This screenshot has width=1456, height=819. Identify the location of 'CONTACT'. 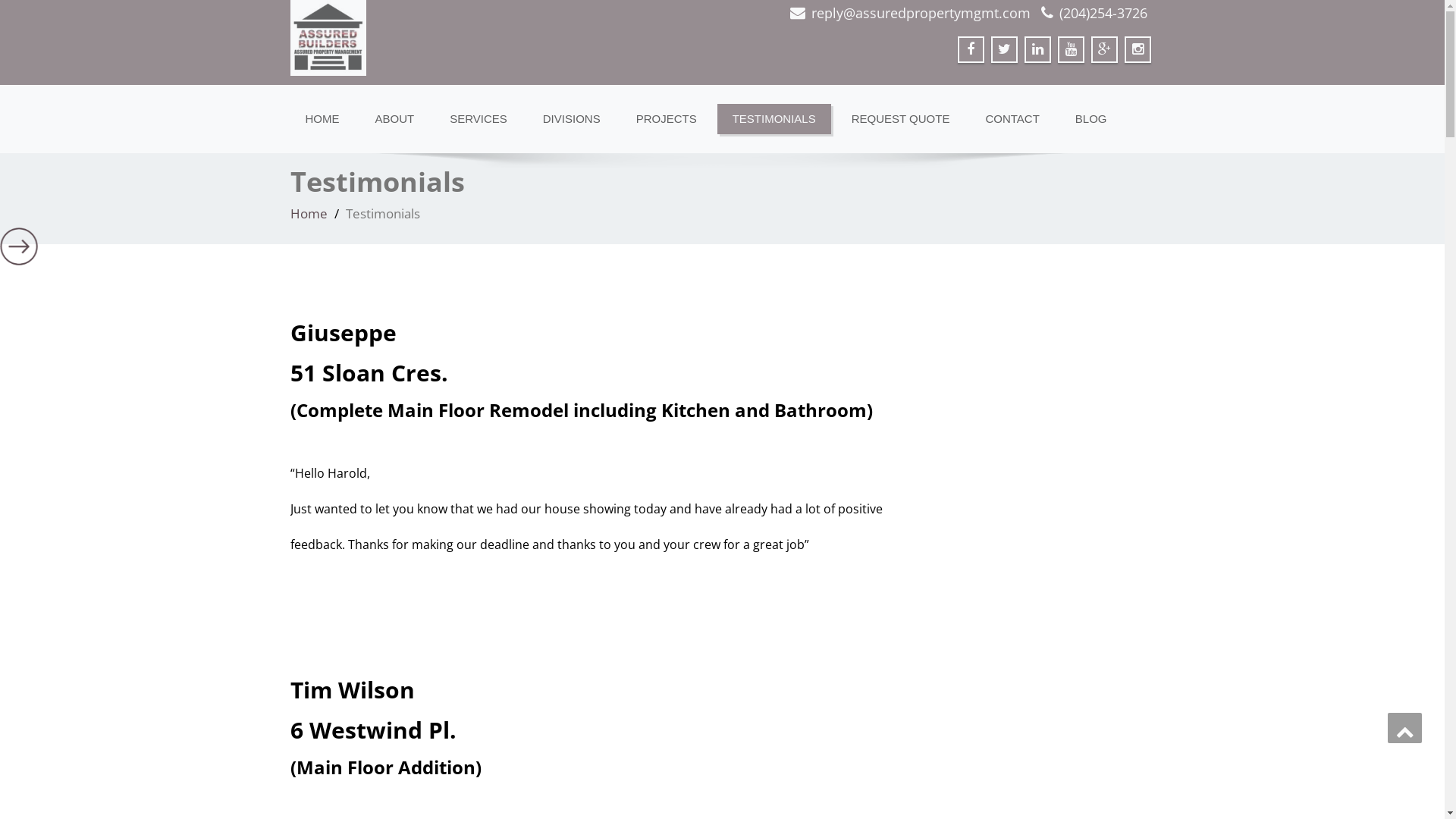
(1012, 118).